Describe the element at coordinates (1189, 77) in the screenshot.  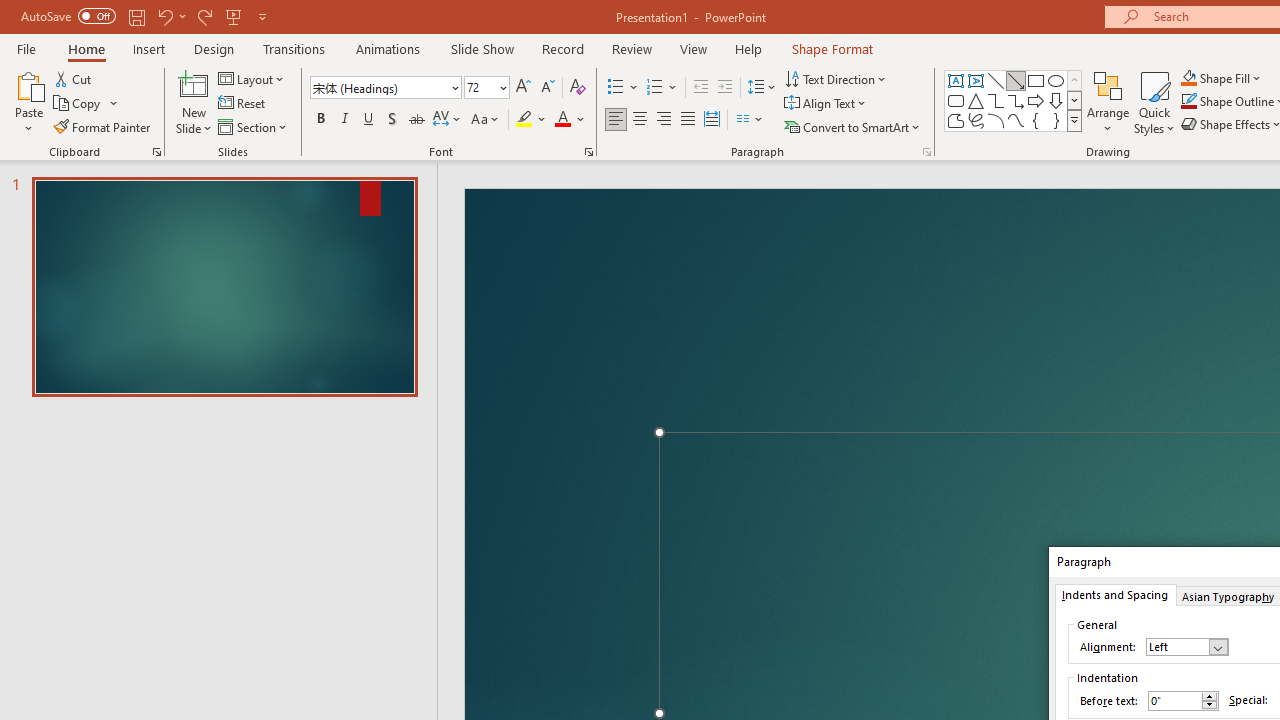
I see `'Shape Fill Orange, Accent 2'` at that location.